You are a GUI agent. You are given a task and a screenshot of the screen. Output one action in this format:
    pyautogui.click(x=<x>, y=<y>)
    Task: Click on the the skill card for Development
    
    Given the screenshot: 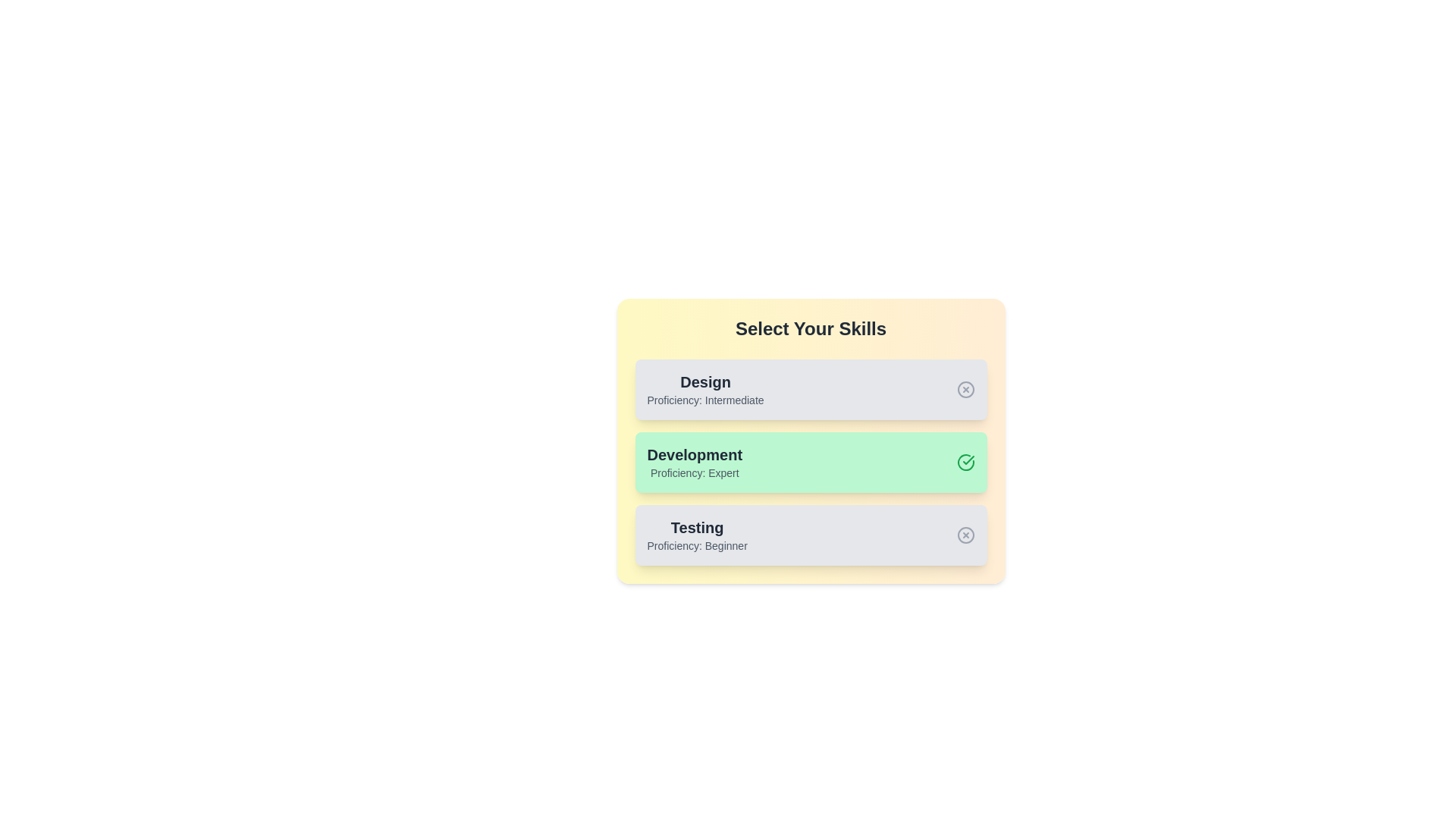 What is the action you would take?
    pyautogui.click(x=810, y=461)
    